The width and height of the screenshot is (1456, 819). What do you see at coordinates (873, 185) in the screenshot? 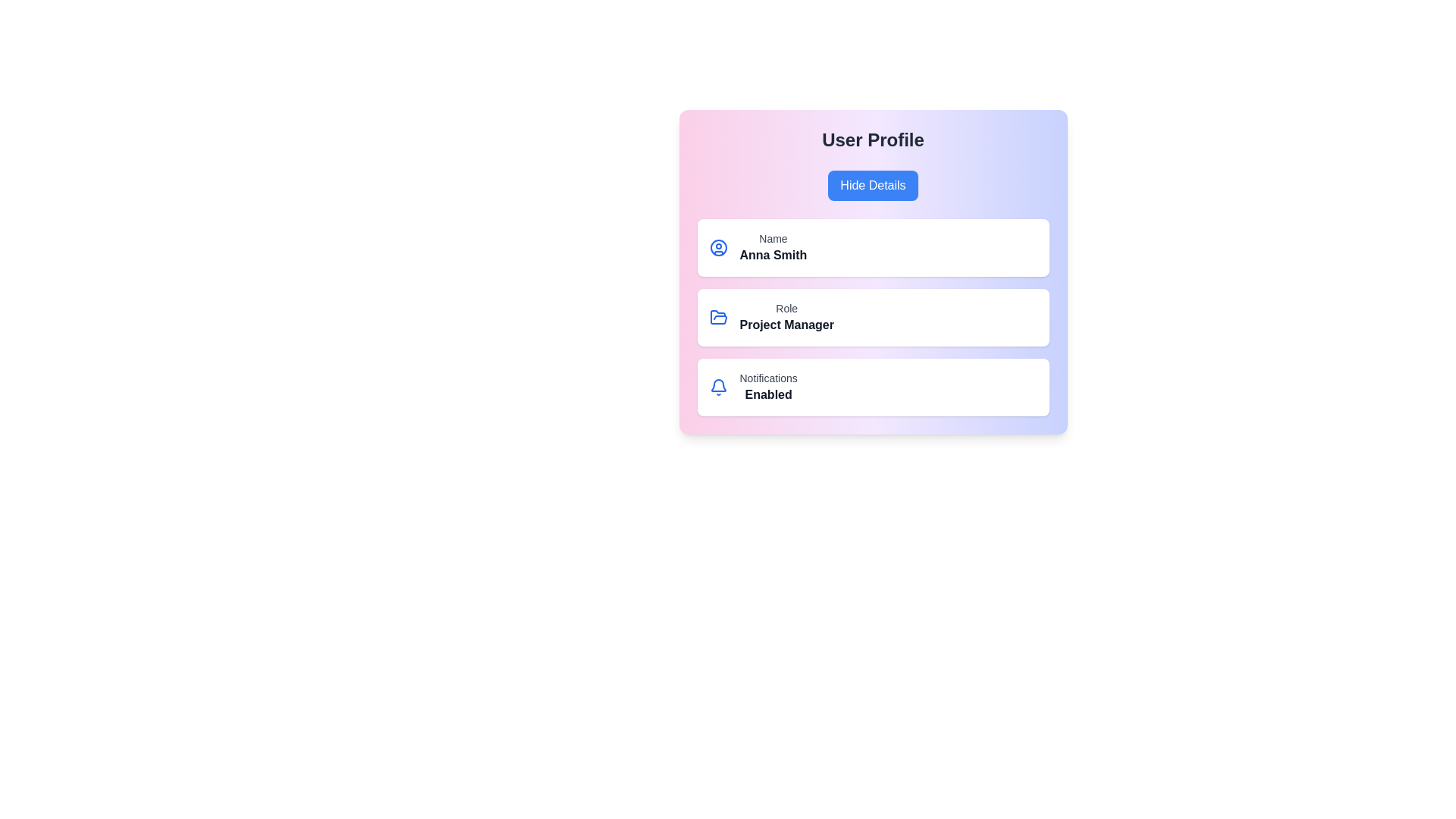
I see `the prominent blue button with white text labeled 'Hide Details' to hide the details` at bounding box center [873, 185].